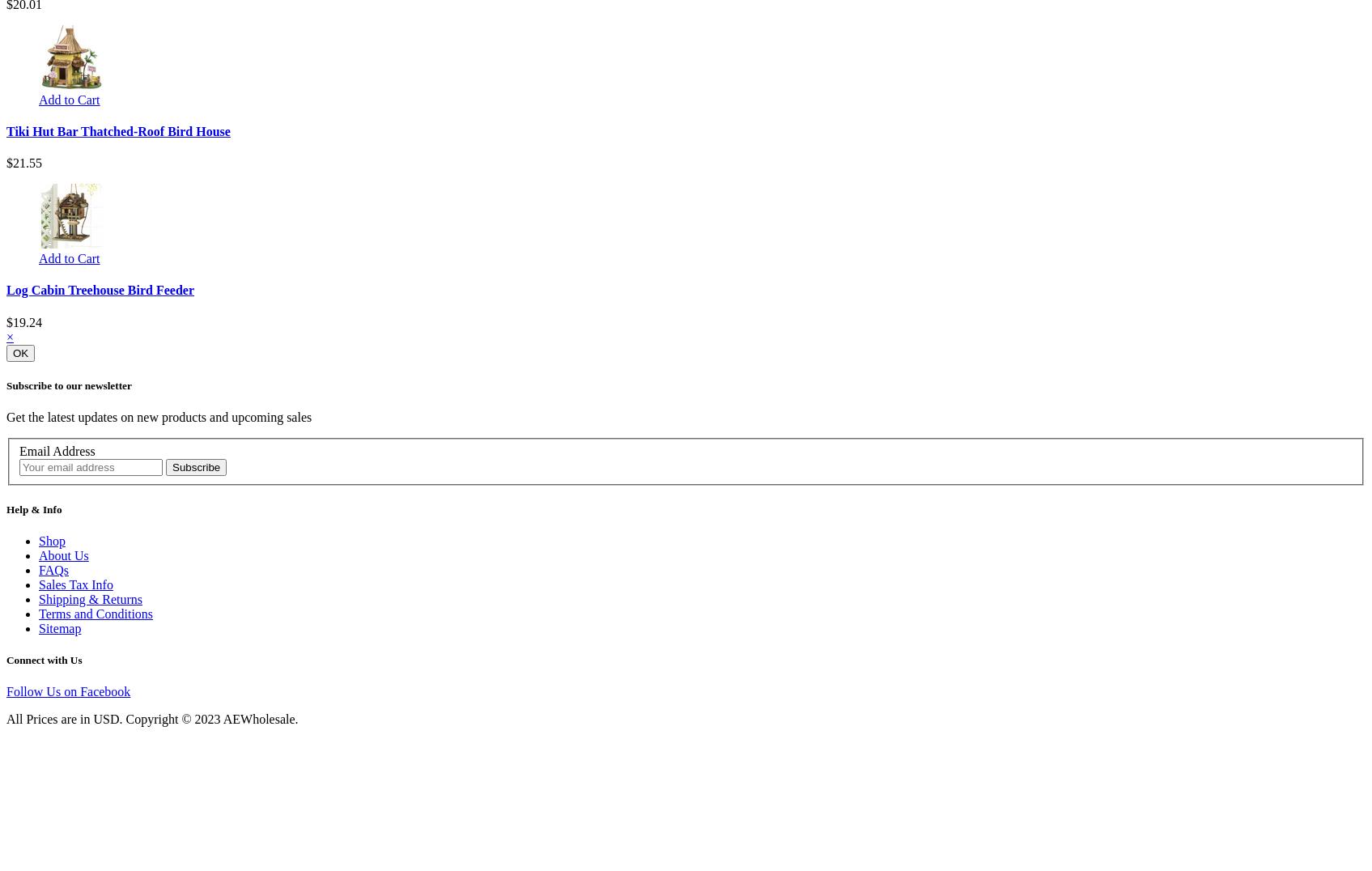 Image resolution: width=1372 pixels, height=871 pixels. Describe the element at coordinates (52, 539) in the screenshot. I see `'Shop'` at that location.